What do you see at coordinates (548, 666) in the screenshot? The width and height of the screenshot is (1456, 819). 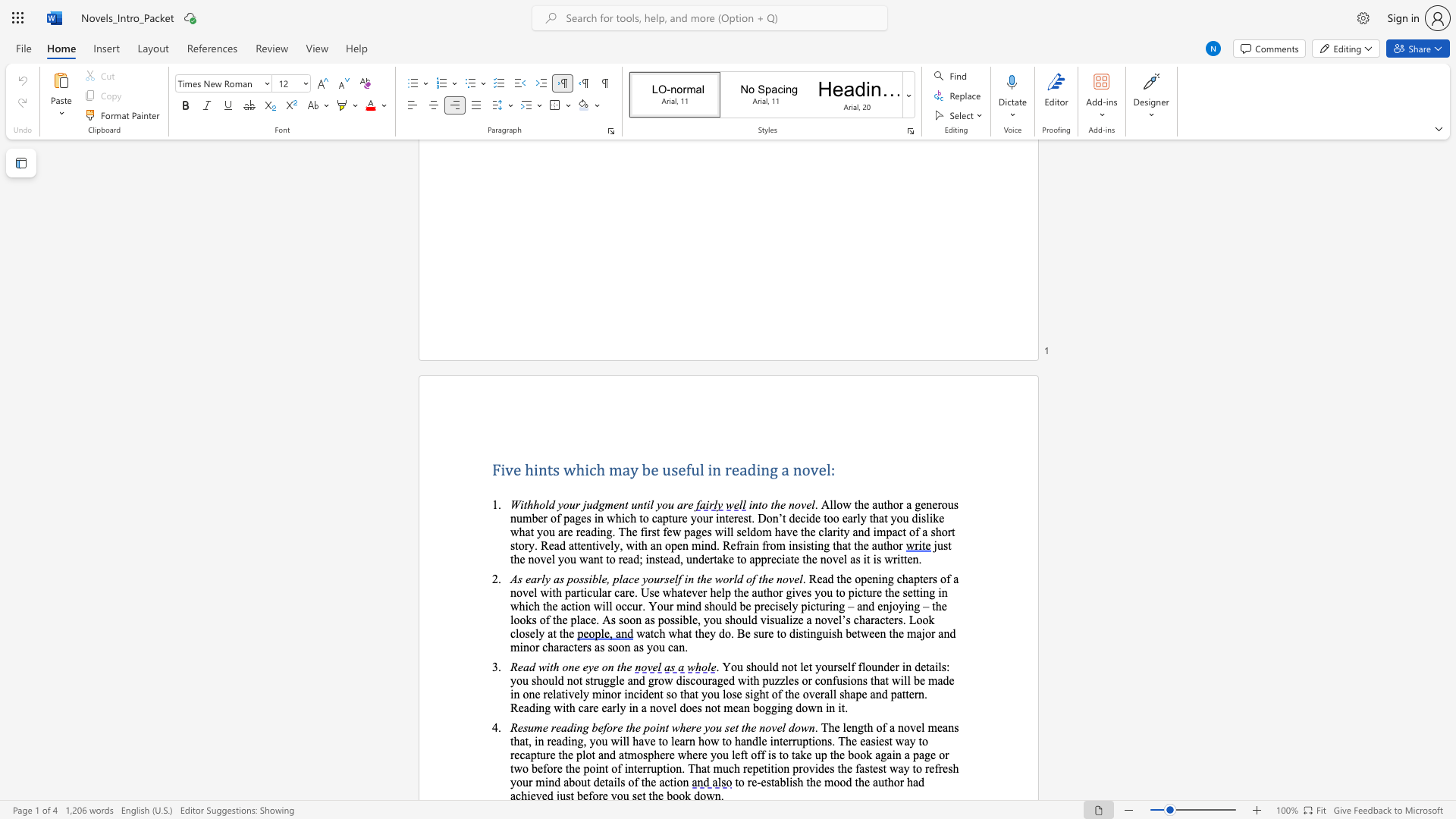 I see `the subset text "th one eye on t" within the text "Read with one eye on the"` at bounding box center [548, 666].